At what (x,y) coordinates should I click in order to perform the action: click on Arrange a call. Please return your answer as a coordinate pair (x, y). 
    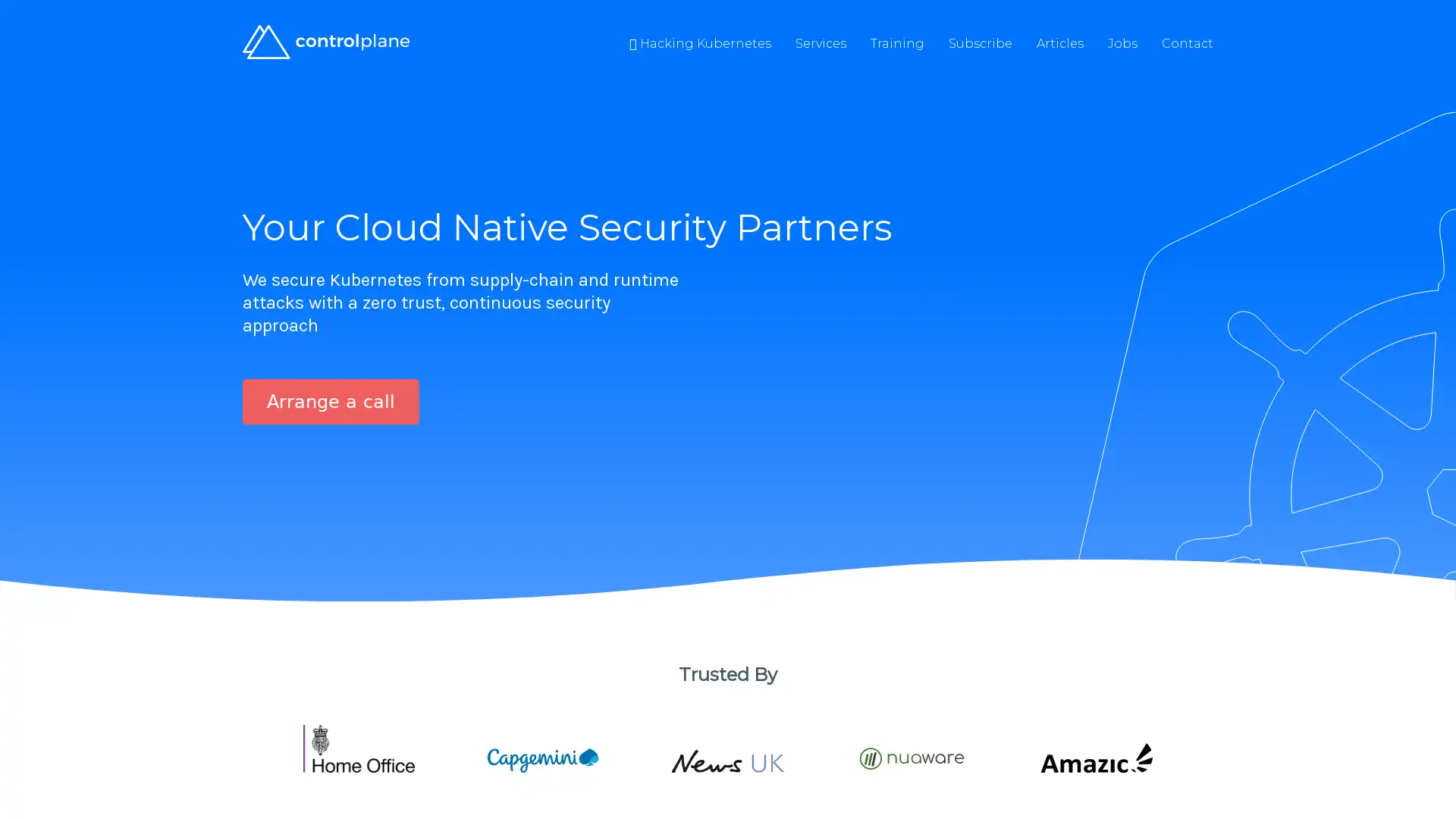
    Looking at the image, I should click on (330, 400).